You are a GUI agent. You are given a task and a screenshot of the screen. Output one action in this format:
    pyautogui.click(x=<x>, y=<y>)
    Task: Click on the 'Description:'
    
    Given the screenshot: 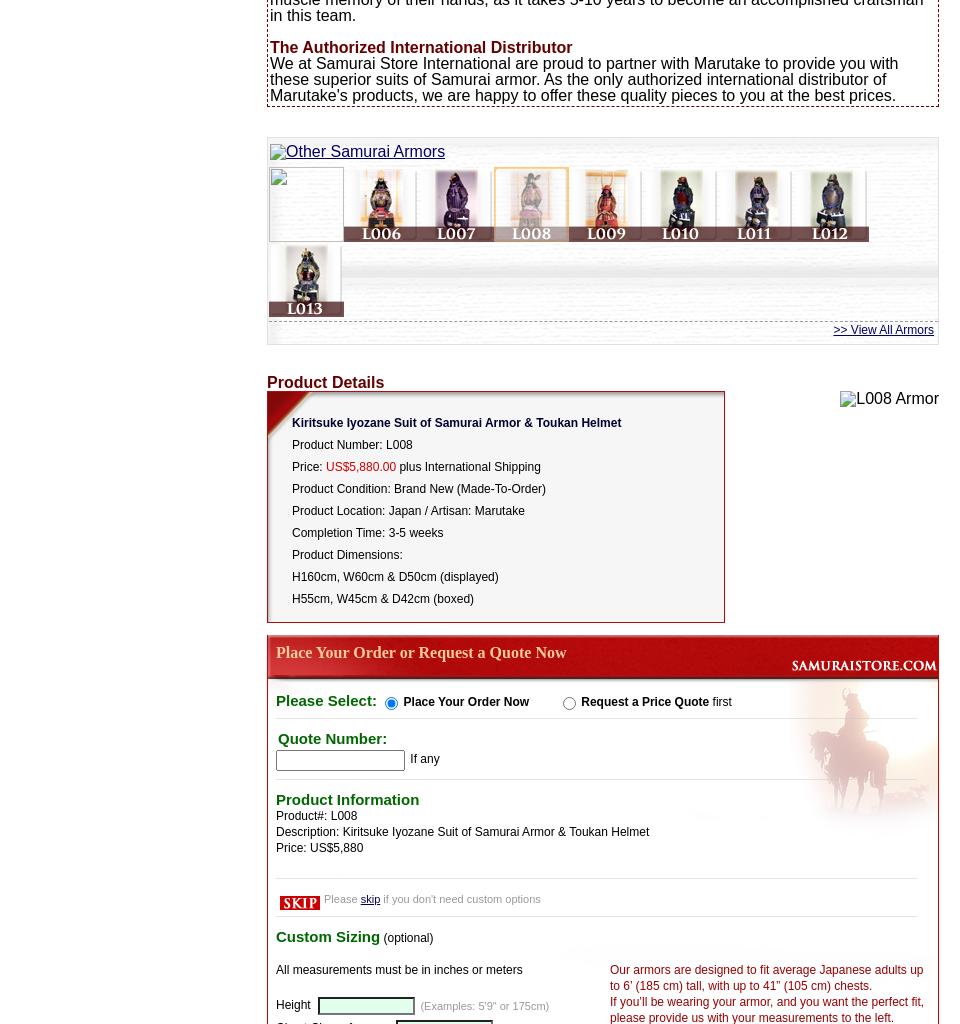 What is the action you would take?
    pyautogui.click(x=309, y=829)
    